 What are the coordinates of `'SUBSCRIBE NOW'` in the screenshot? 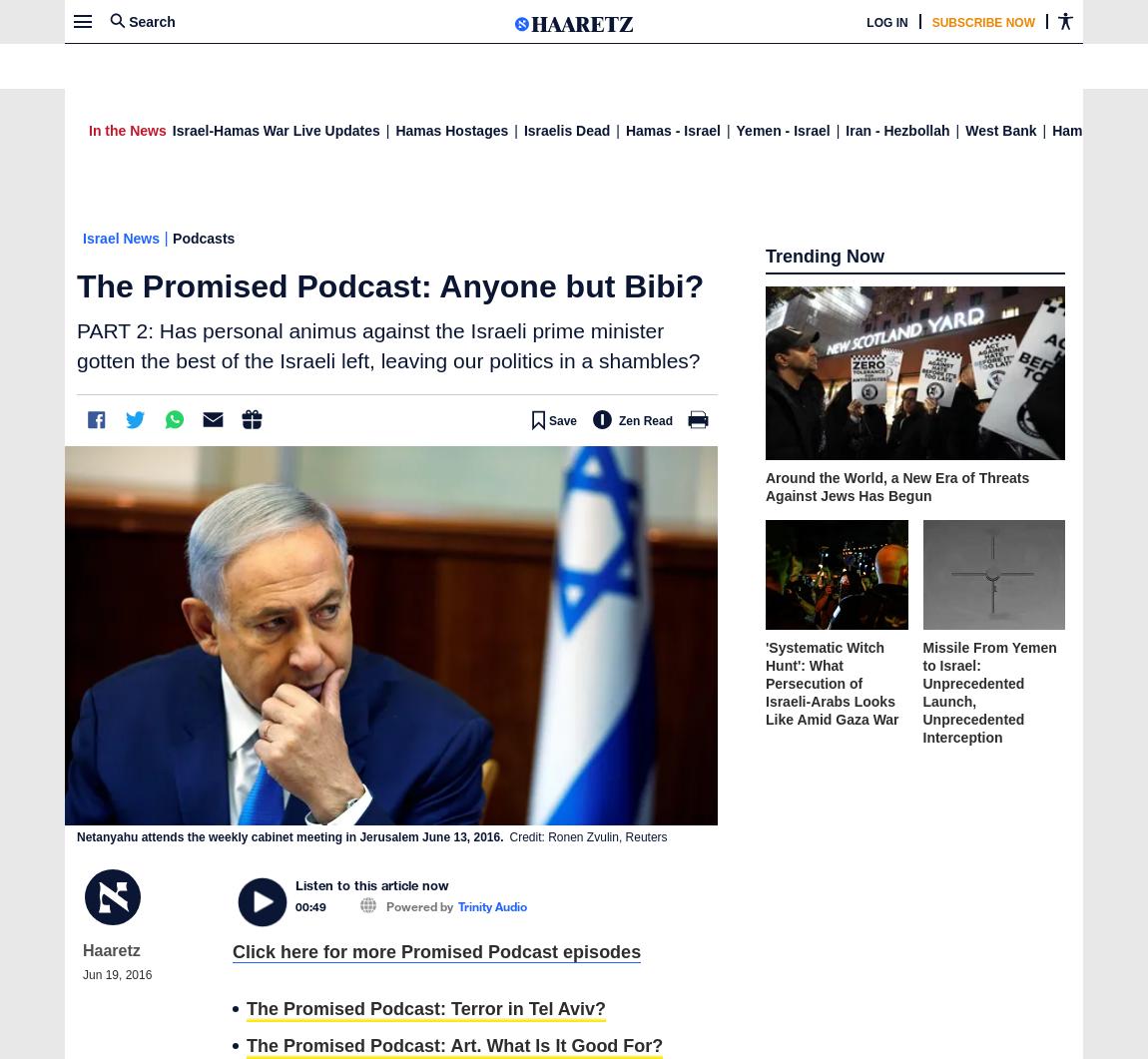 It's located at (982, 68).